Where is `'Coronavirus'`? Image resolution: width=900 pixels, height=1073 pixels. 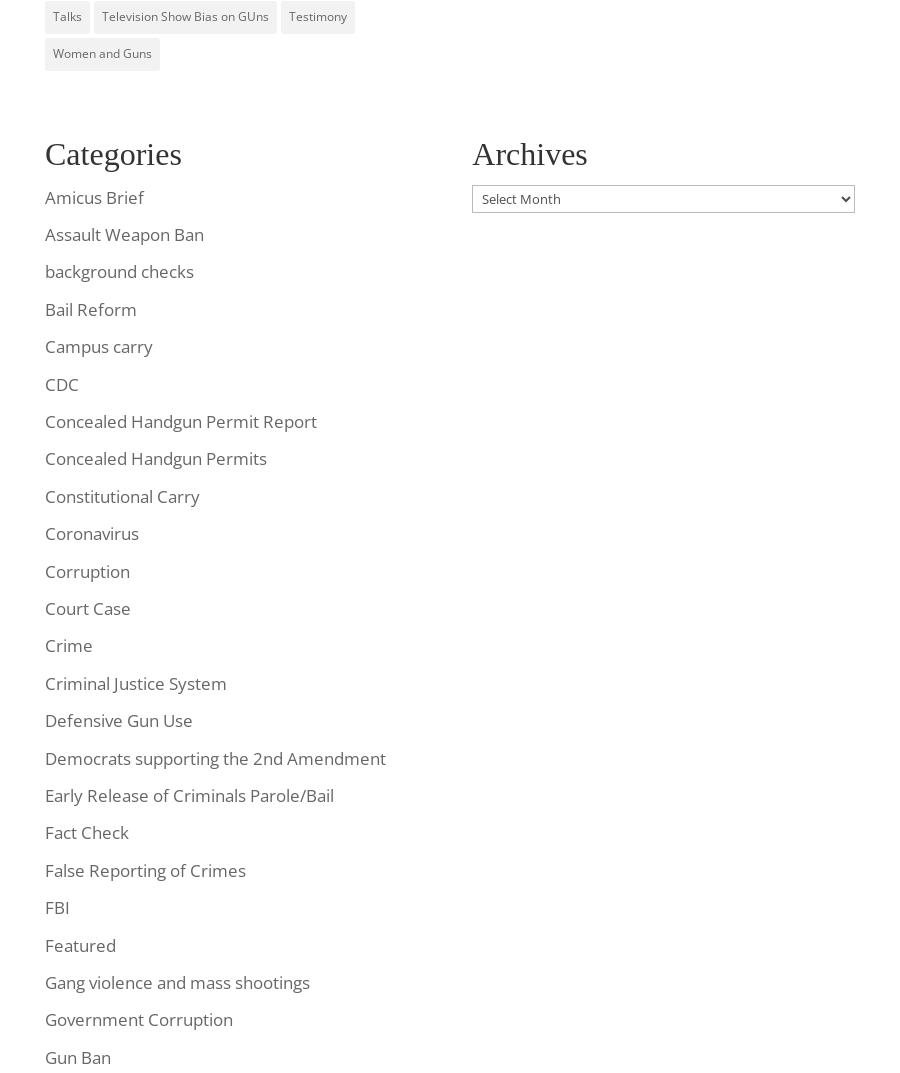
'Coronavirus' is located at coordinates (90, 532).